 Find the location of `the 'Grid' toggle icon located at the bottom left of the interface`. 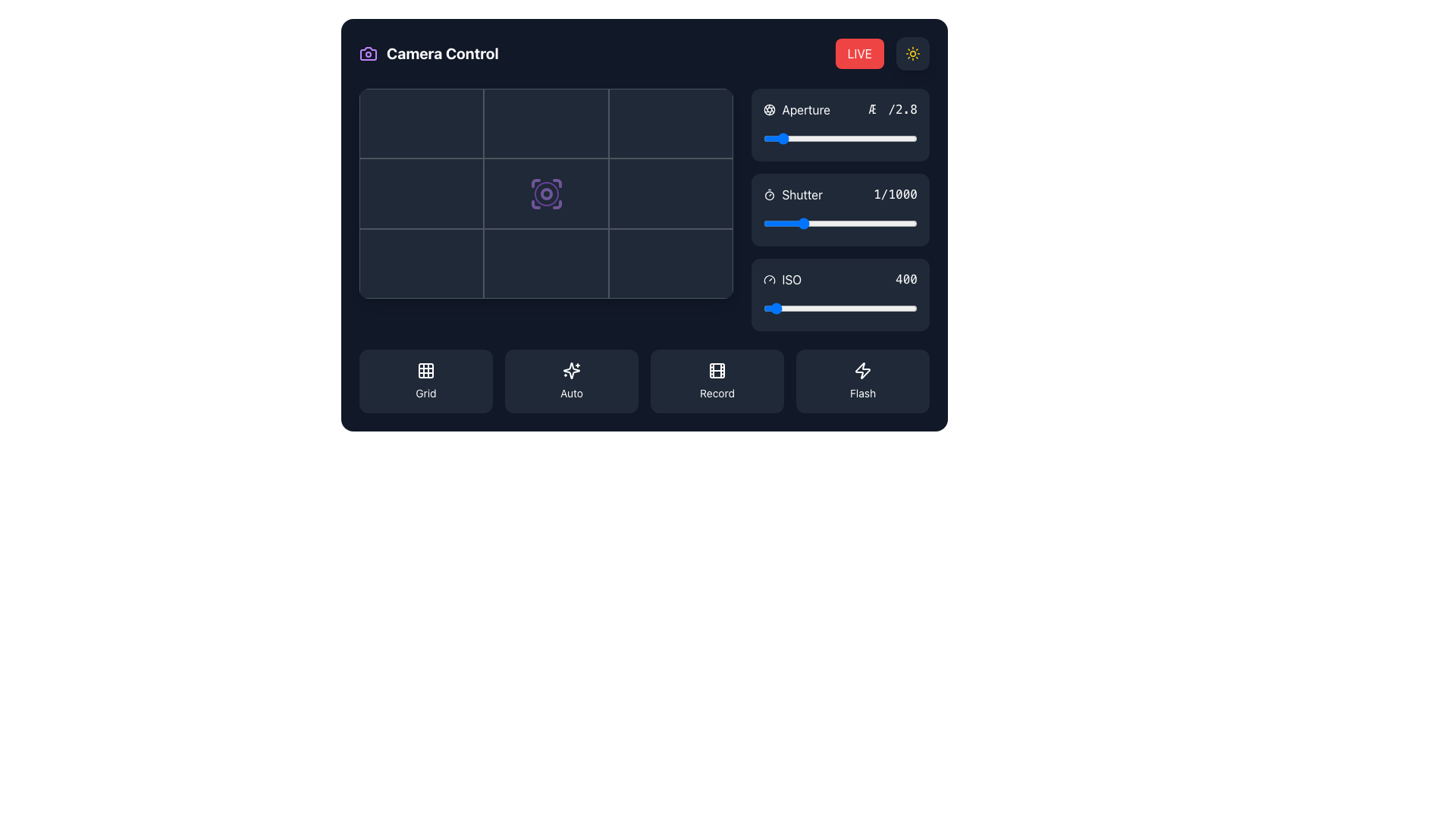

the 'Grid' toggle icon located at the bottom left of the interface is located at coordinates (425, 371).